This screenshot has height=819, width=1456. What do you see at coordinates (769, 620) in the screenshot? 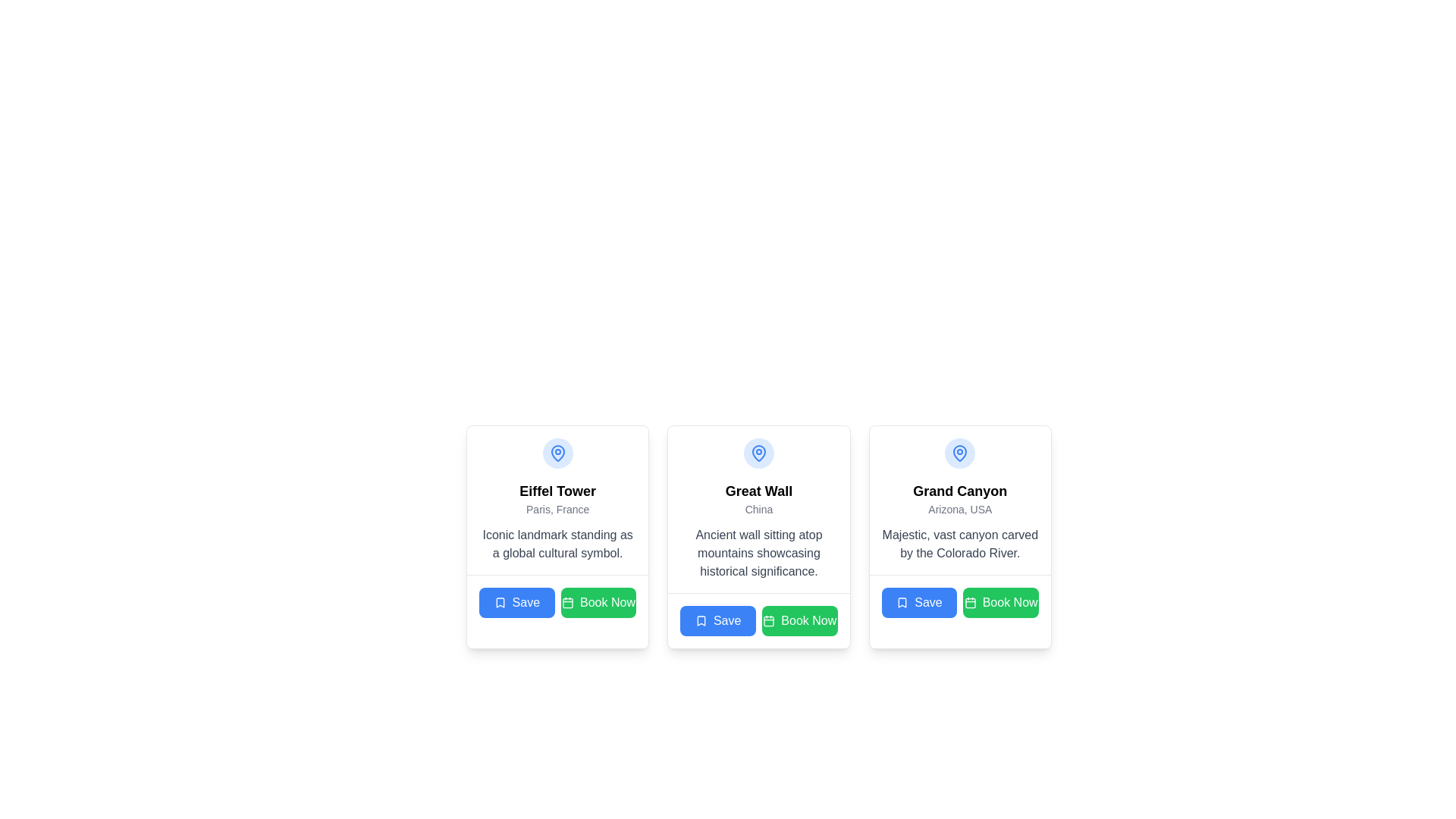
I see `the calendar icon located in the left segment of the 'Book Now' button on the 'Great Wall' card, which is aligned vertically with the button text` at bounding box center [769, 620].